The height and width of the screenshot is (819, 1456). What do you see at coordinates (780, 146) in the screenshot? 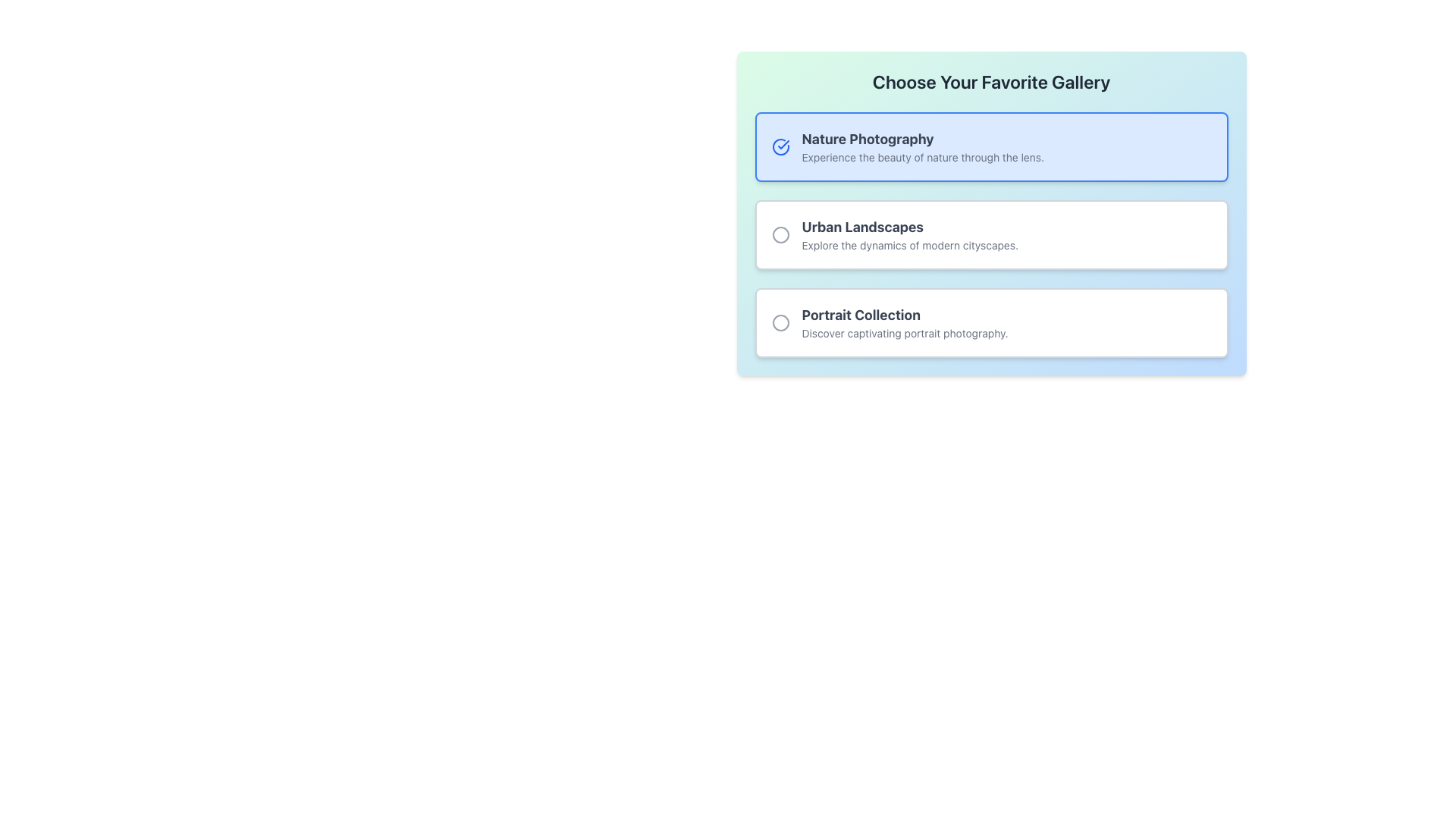
I see `the blue checkmark icon styled as an SVG, located to the left of the text 'Nature Photography Experience the beauty of nature through the lens.'` at bounding box center [780, 146].